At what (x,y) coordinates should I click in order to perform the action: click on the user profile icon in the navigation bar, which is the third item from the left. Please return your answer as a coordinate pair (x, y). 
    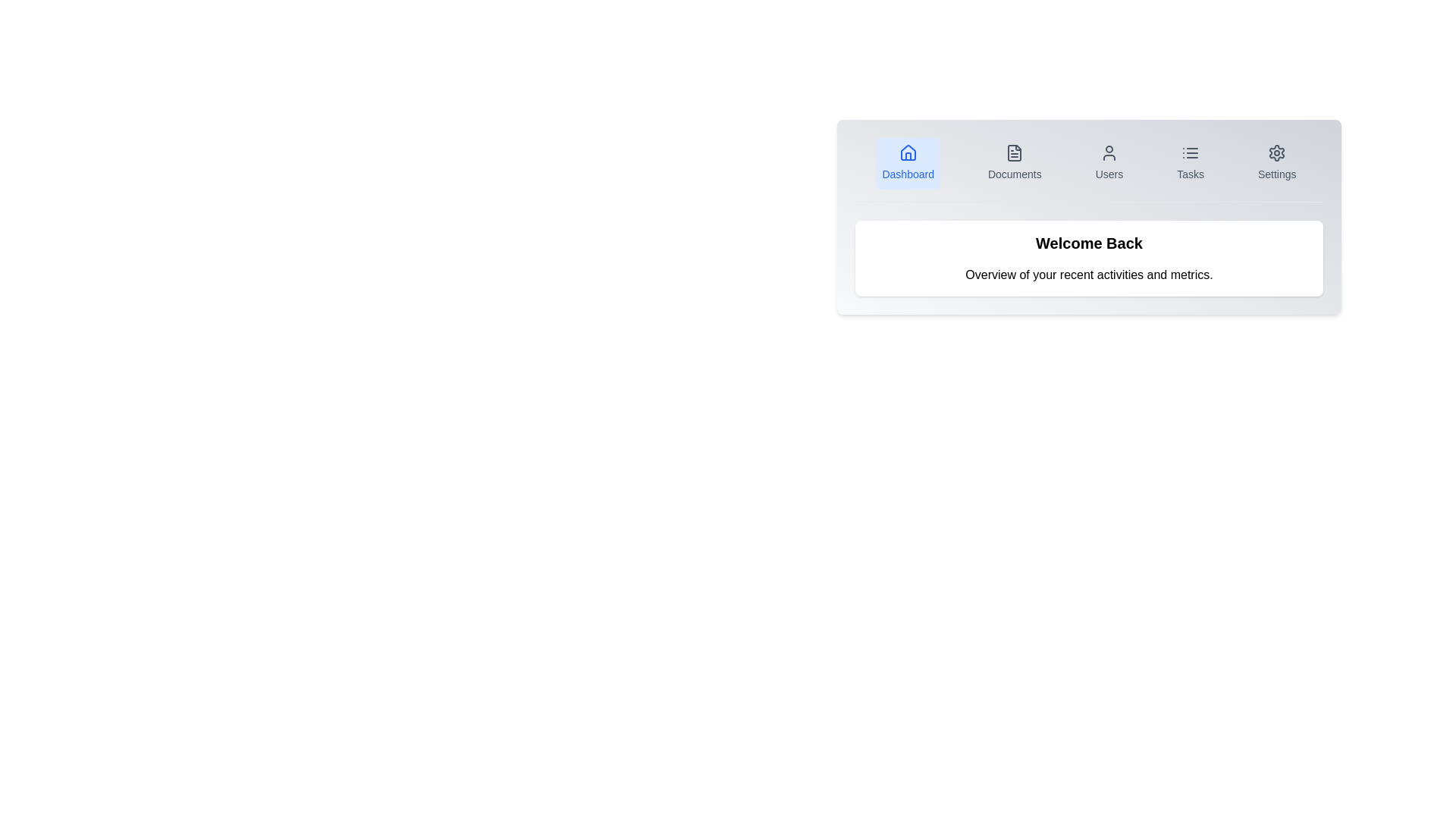
    Looking at the image, I should click on (1109, 152).